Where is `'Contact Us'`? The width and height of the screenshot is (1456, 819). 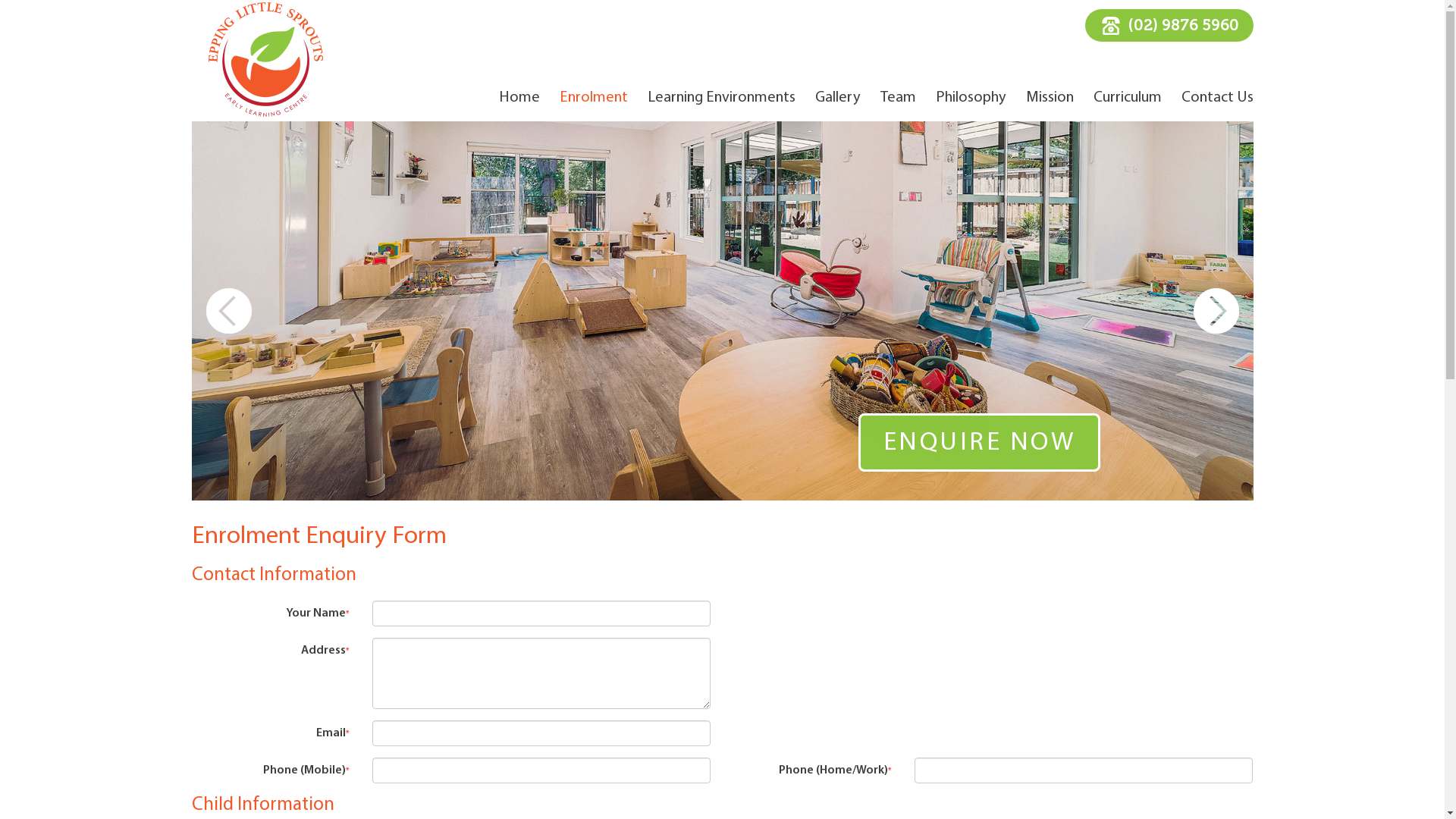 'Contact Us' is located at coordinates (1217, 98).